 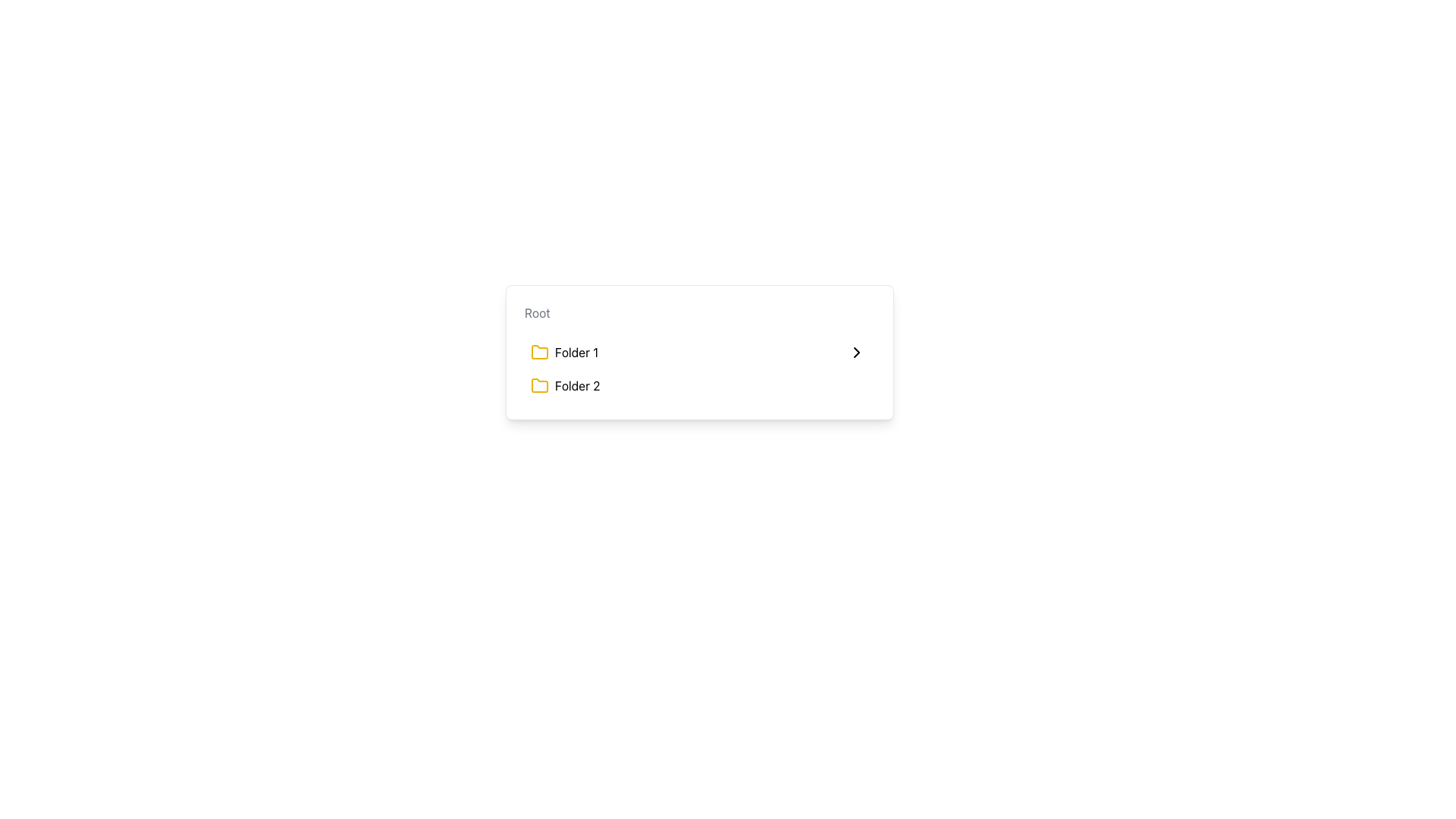 I want to click on the List Item element labeled 'Folder 1', so click(x=563, y=353).